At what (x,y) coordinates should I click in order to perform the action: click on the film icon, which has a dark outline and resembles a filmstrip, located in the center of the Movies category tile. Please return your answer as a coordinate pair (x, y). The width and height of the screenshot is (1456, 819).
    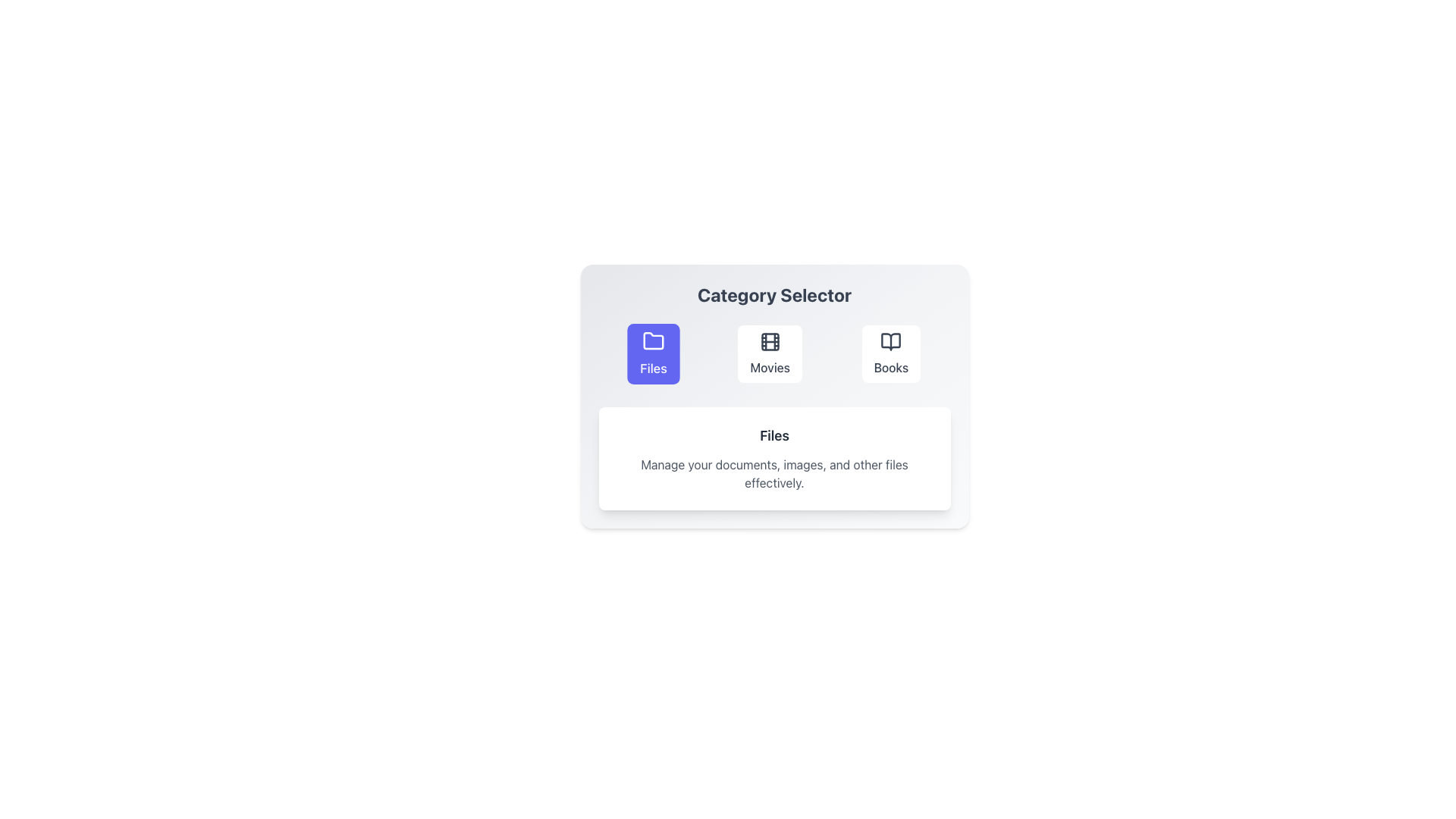
    Looking at the image, I should click on (770, 342).